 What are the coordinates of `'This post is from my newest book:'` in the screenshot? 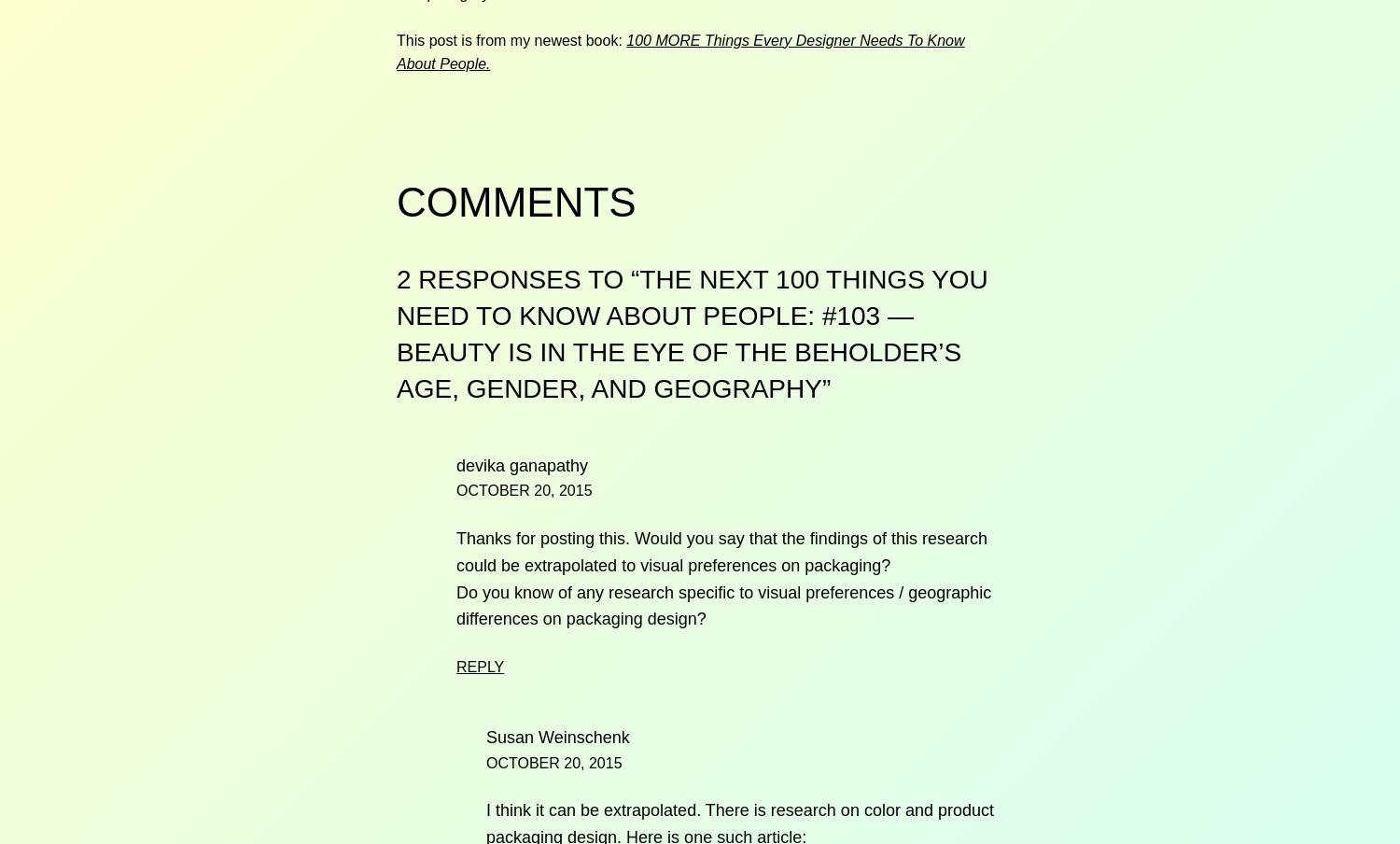 It's located at (396, 38).